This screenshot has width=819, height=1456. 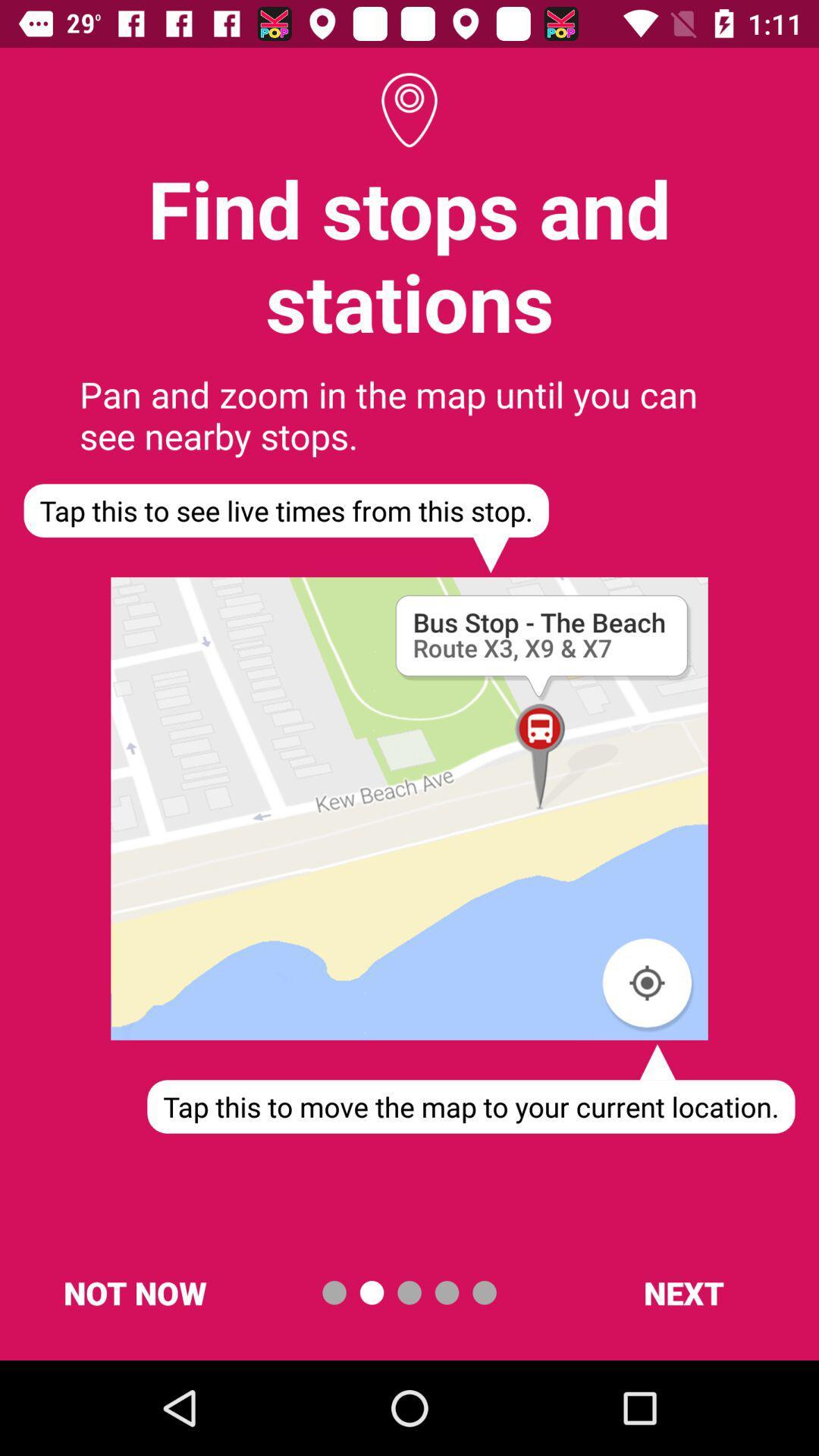 What do you see at coordinates (333, 1291) in the screenshot?
I see `the first button right to not now` at bounding box center [333, 1291].